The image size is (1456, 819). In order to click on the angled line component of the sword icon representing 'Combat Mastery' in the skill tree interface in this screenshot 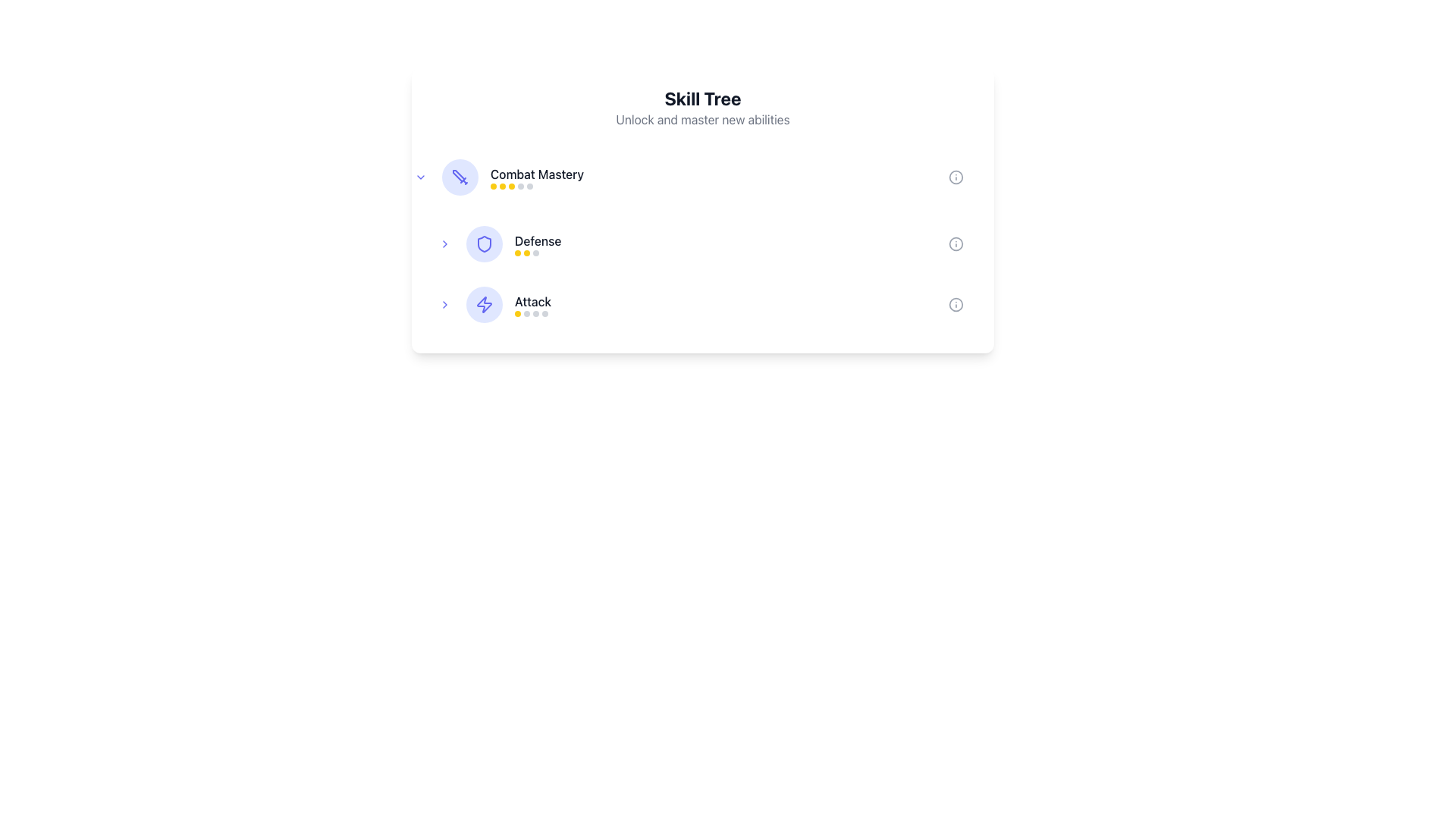, I will do `click(458, 175)`.